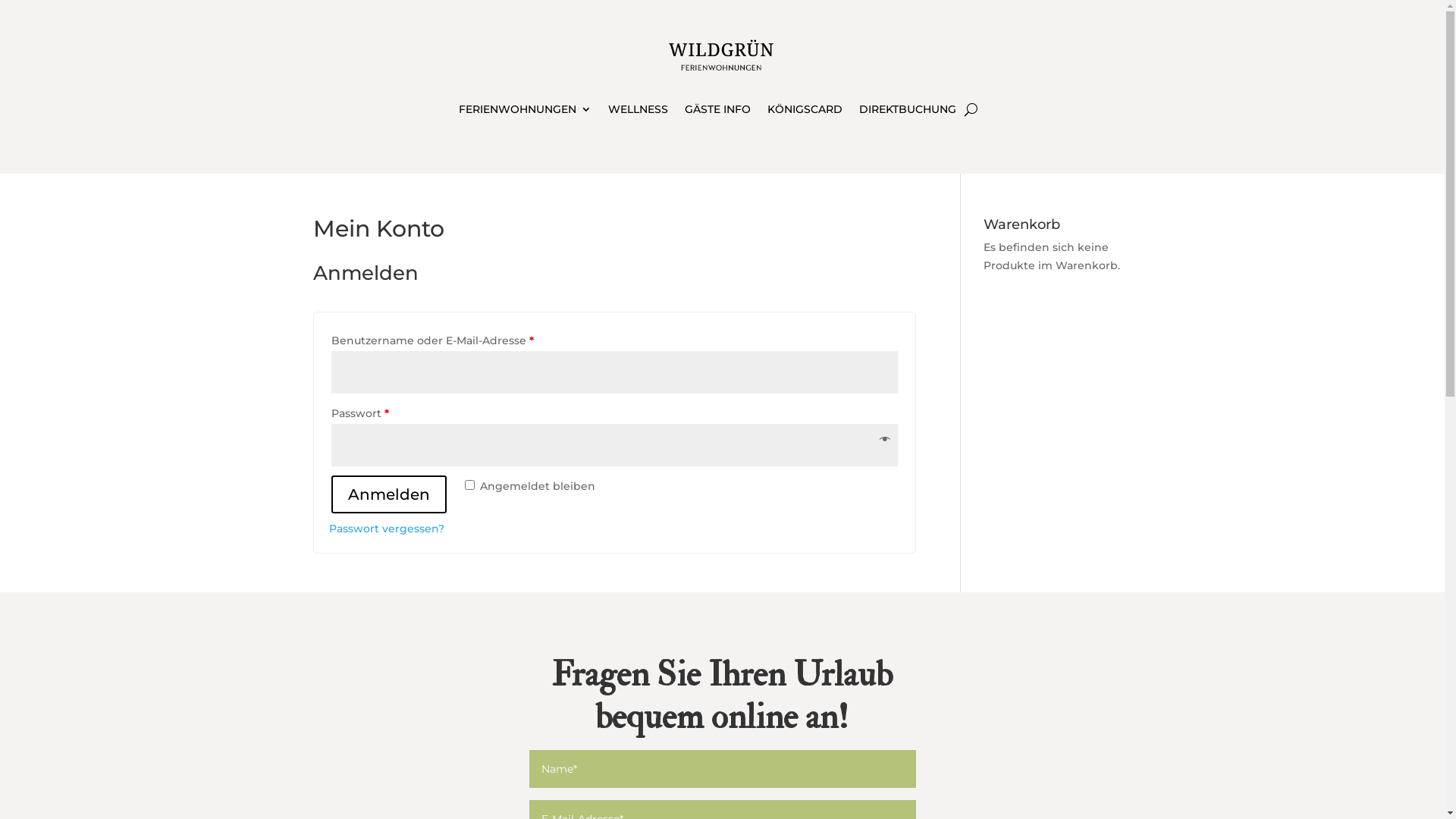 This screenshot has height=819, width=1456. I want to click on 'DIREKTBUCHUNG', so click(907, 111).